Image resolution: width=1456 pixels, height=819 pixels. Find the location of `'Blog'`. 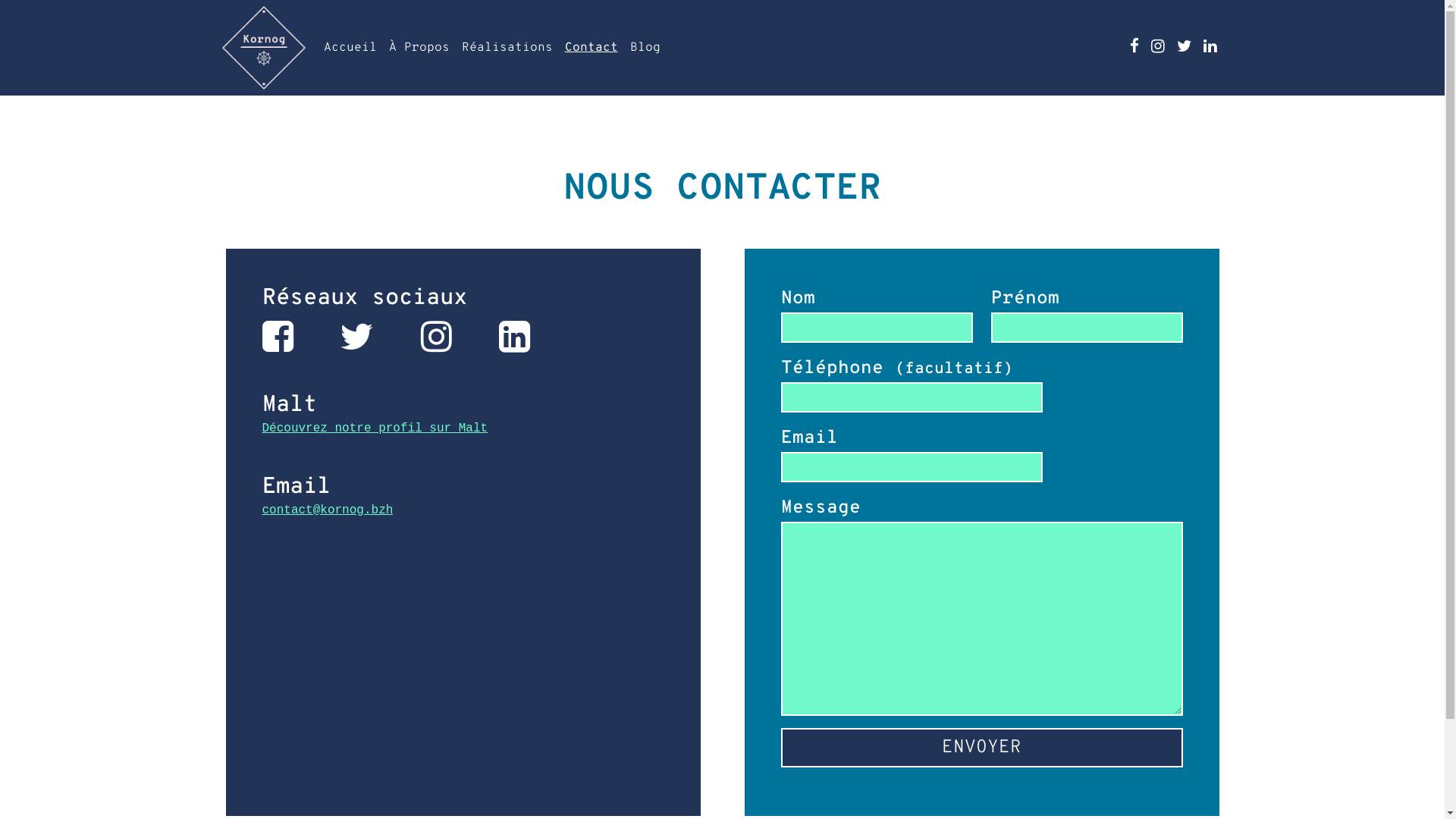

'Blog' is located at coordinates (644, 46).